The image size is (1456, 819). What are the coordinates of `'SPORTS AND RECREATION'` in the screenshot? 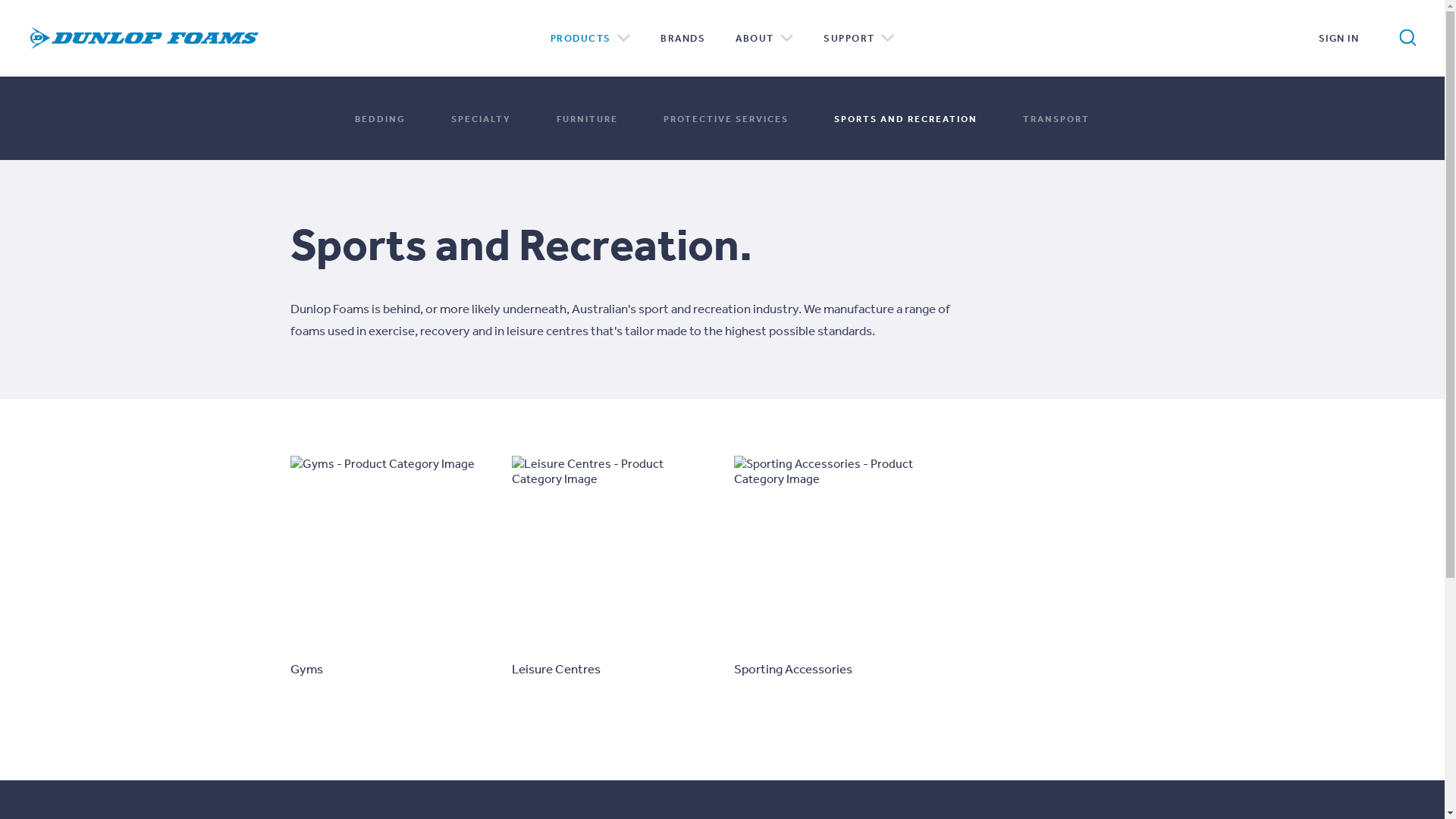 It's located at (905, 117).